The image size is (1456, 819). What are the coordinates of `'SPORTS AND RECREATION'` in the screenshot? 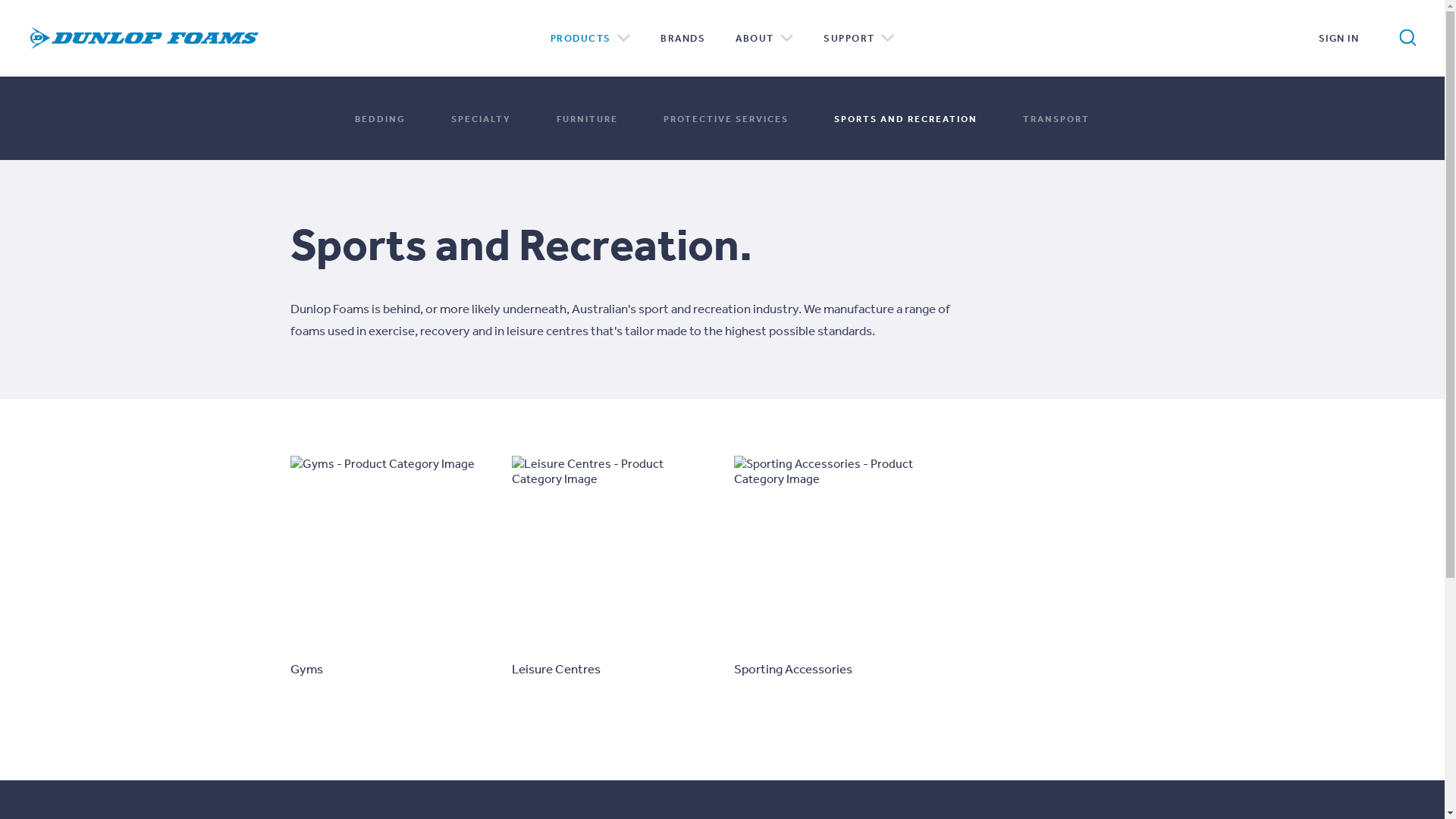 It's located at (905, 117).